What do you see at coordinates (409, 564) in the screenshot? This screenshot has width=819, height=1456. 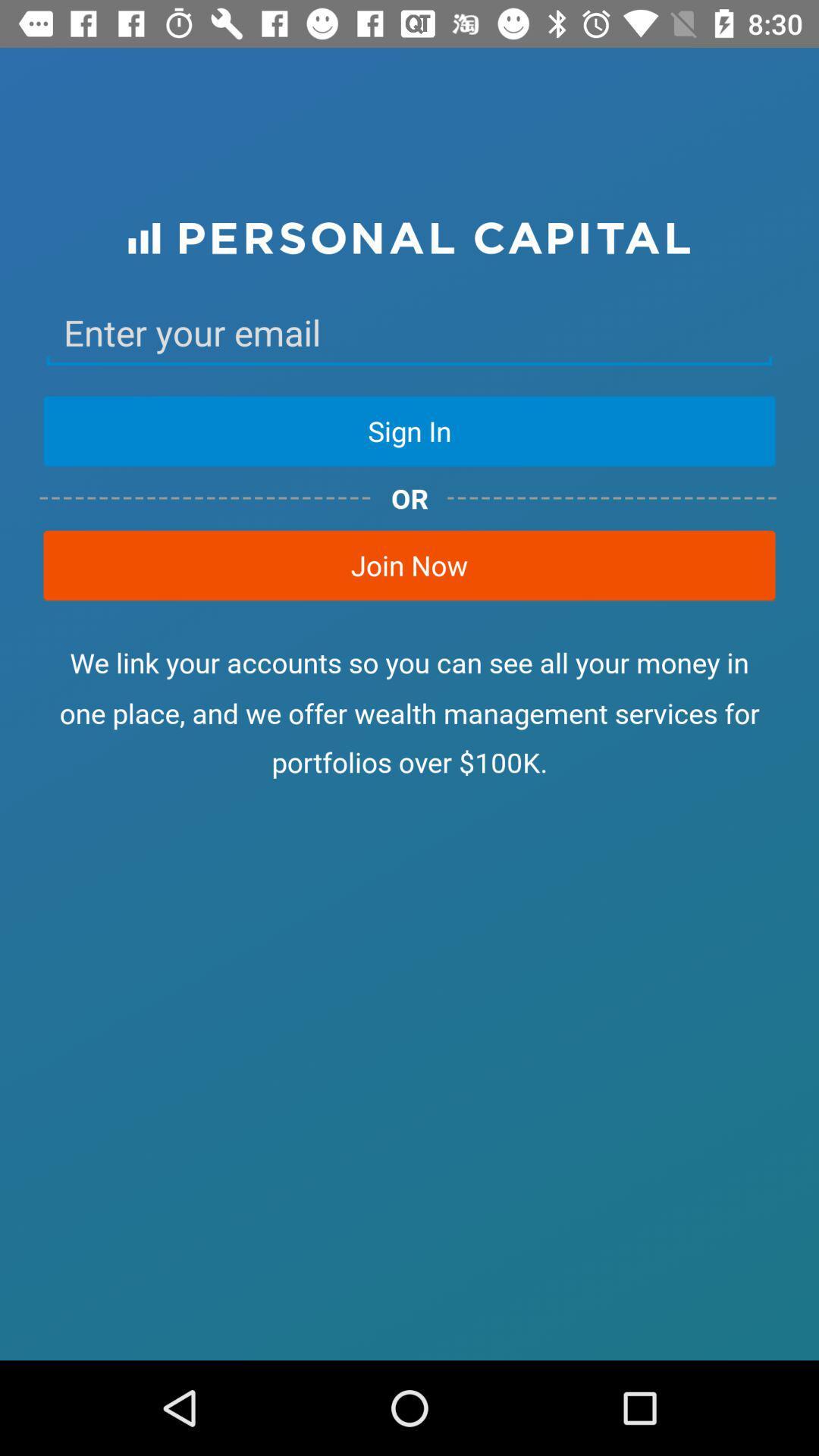 I see `item below or item` at bounding box center [409, 564].